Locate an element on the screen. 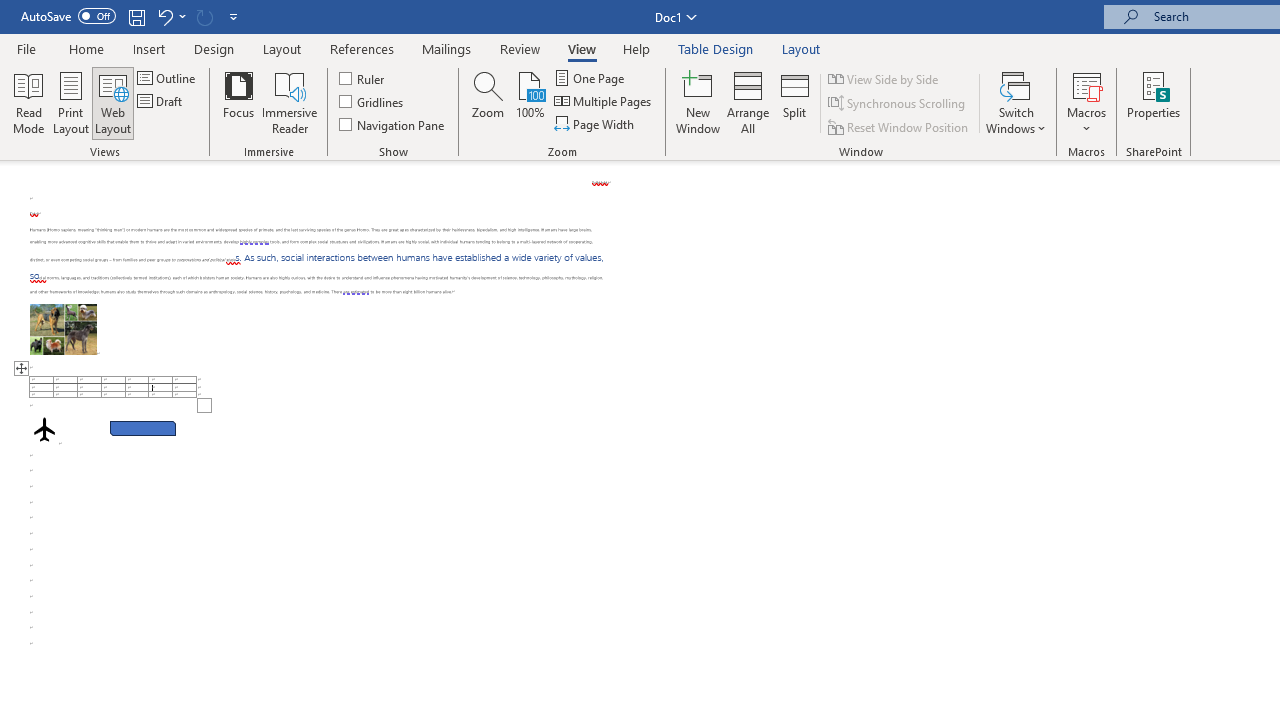 This screenshot has height=720, width=1280. 'More Options' is located at coordinates (1085, 121).